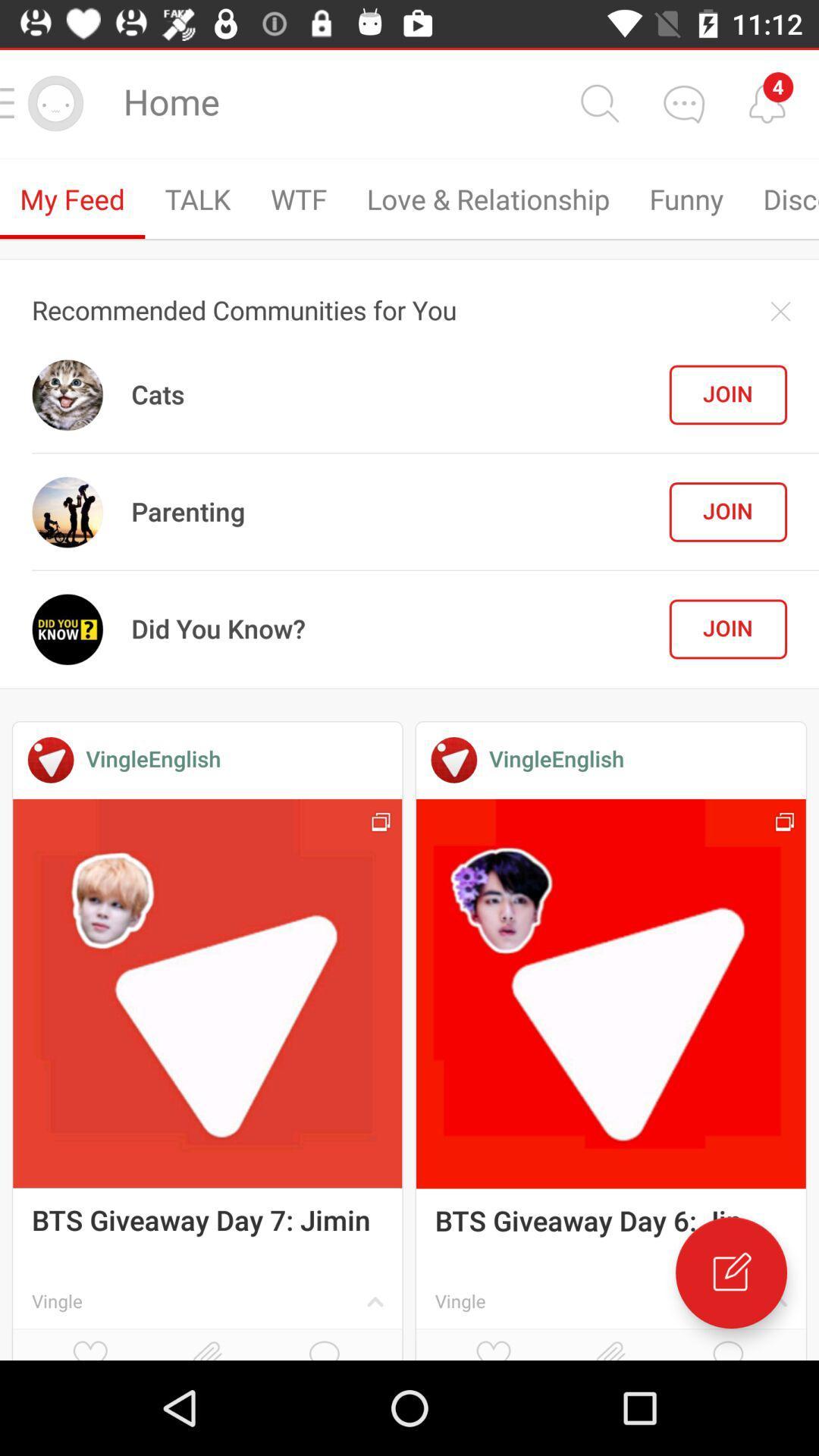 Image resolution: width=819 pixels, height=1456 pixels. Describe the element at coordinates (598, 102) in the screenshot. I see `the search icon` at that location.